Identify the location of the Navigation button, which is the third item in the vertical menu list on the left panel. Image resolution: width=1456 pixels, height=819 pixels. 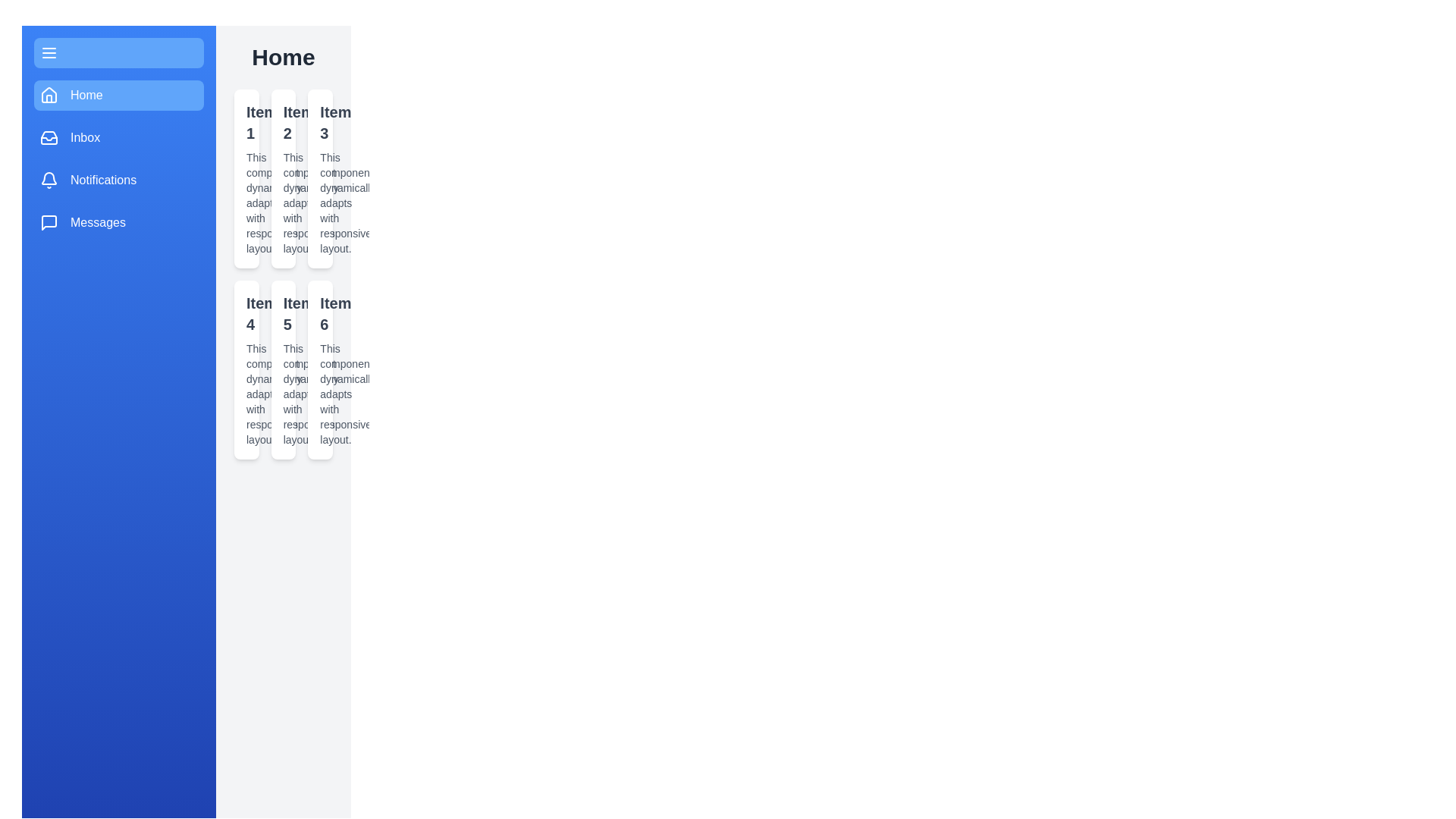
(118, 180).